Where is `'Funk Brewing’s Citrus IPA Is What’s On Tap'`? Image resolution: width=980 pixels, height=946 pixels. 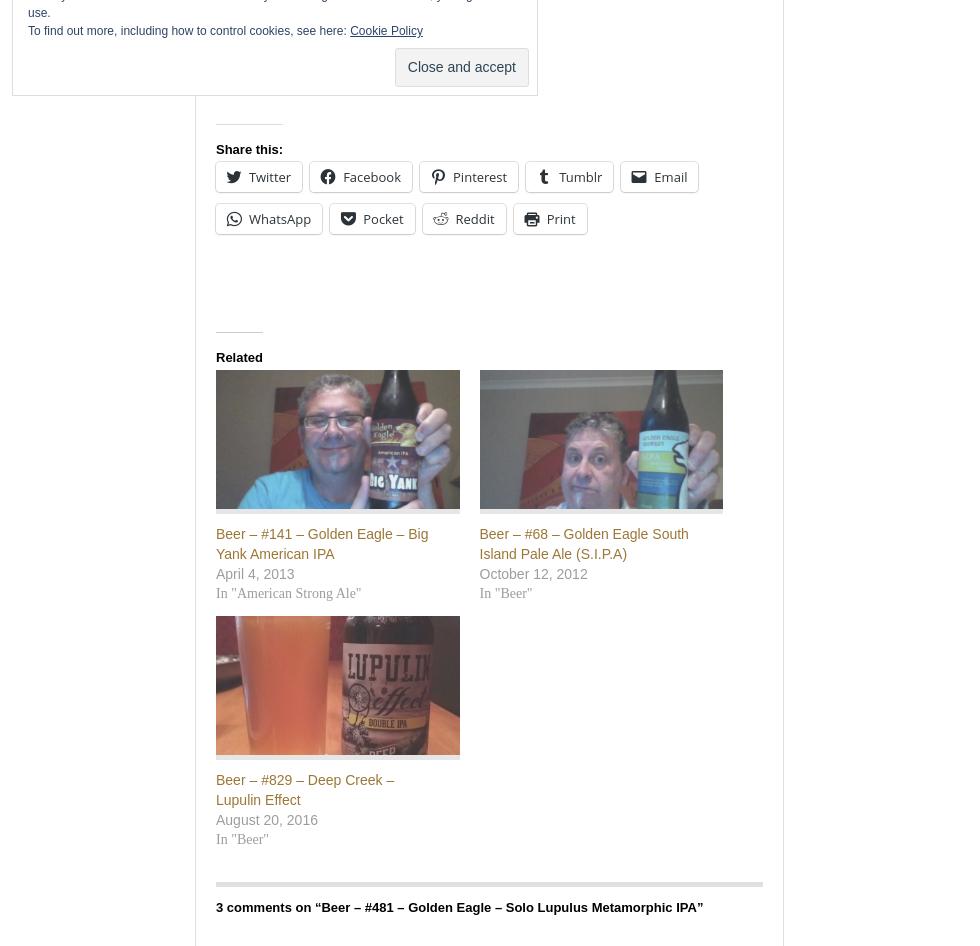 'Funk Brewing’s Citrus IPA Is What’s On Tap' is located at coordinates (411, 49).